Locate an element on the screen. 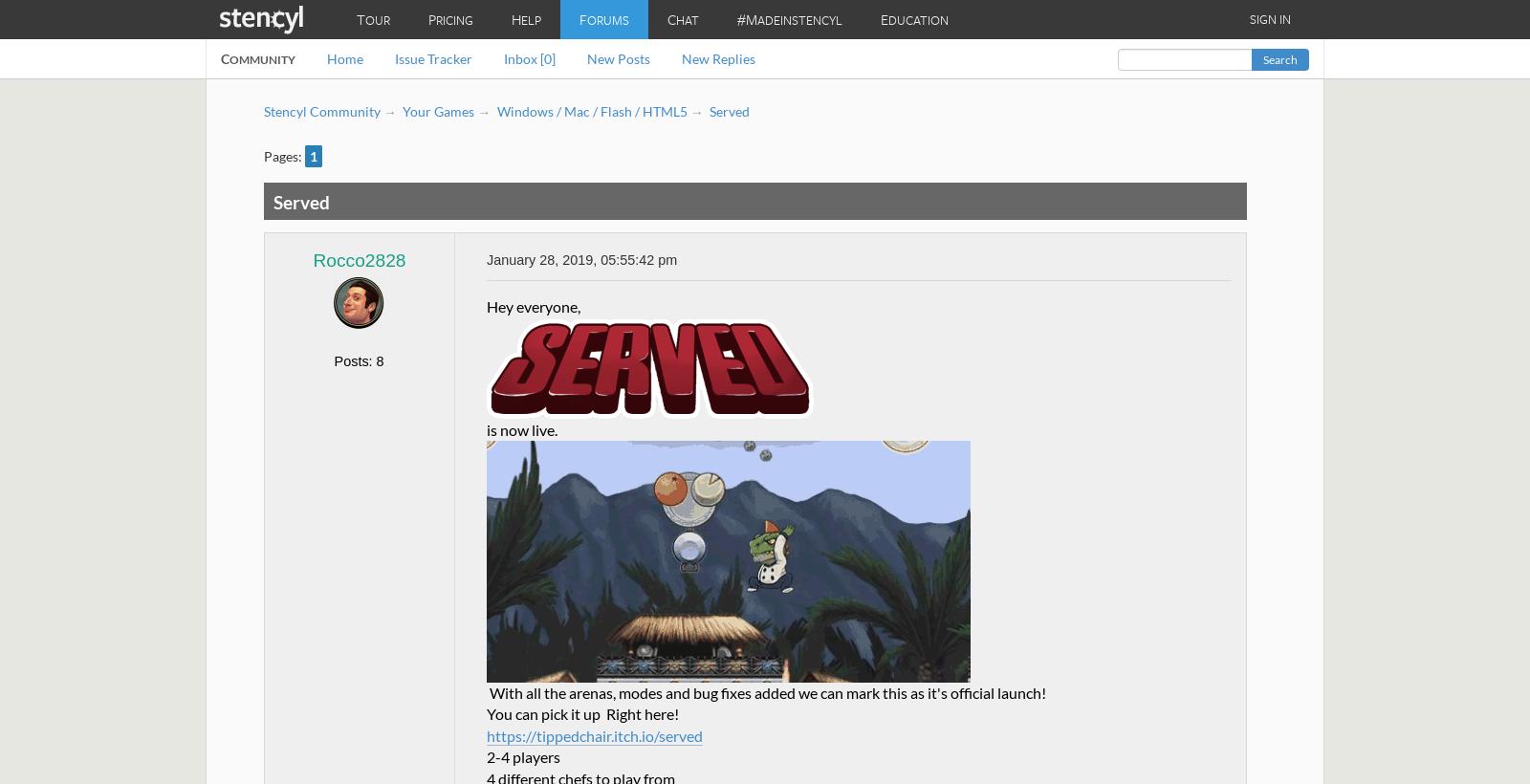 The height and width of the screenshot is (784, 1530). 'OMMUNITY' is located at coordinates (262, 59).